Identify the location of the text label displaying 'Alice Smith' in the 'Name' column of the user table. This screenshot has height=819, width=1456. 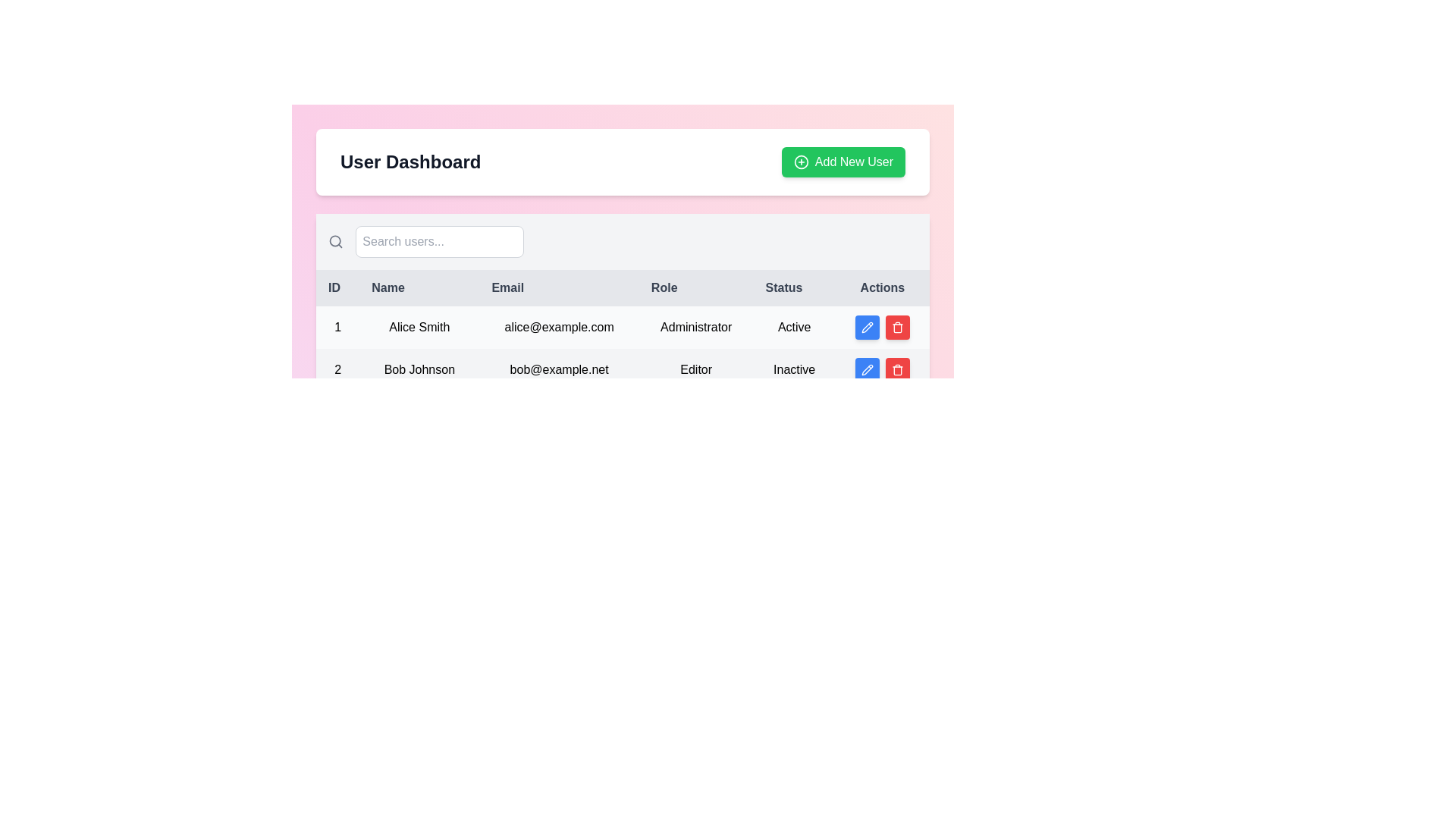
(419, 327).